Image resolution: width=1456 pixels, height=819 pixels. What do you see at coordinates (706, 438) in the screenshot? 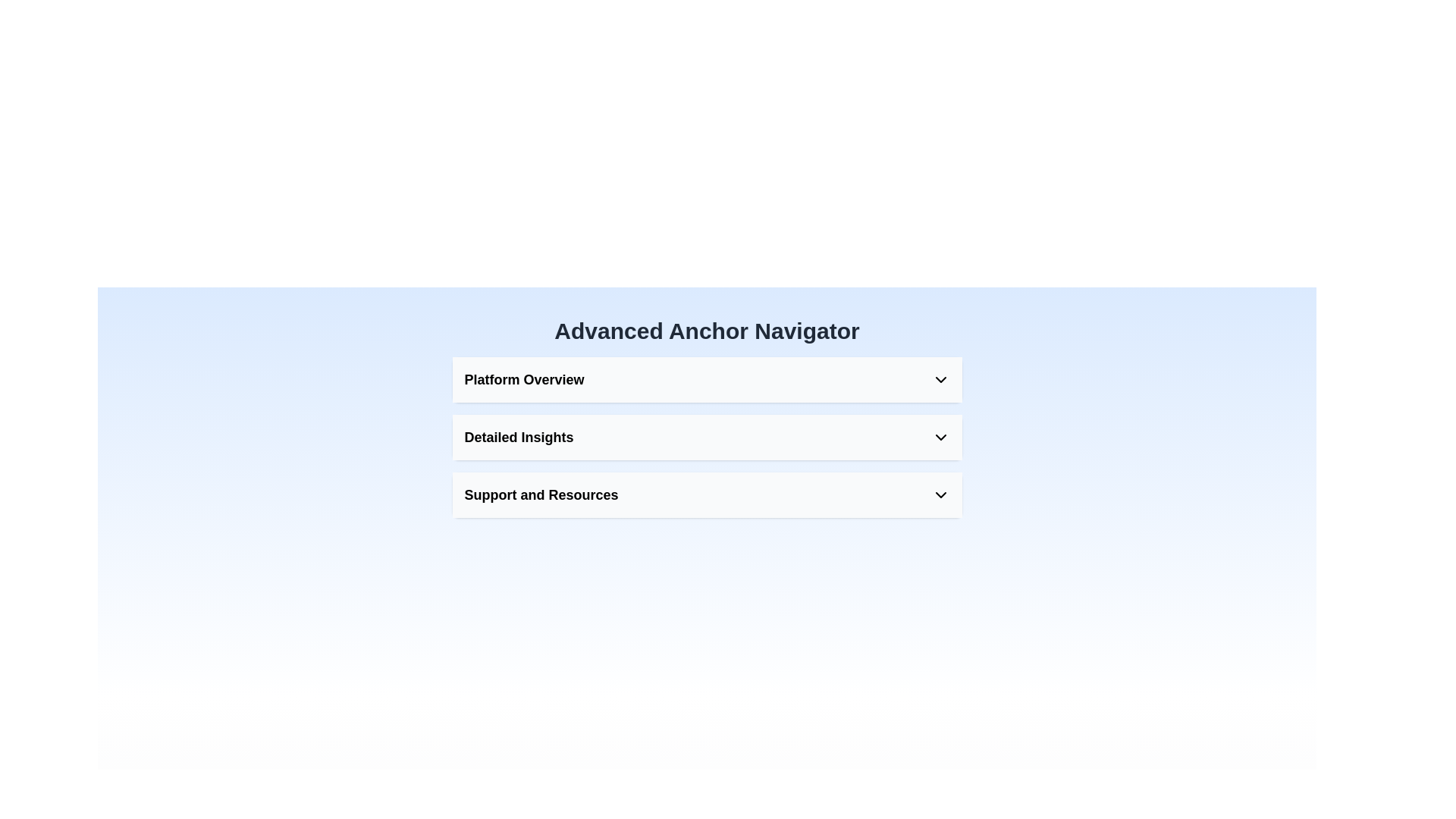
I see `the Collapsible Panel or Expandable Section that provides access to 'Detailed Insights' to trigger a tooltip or highlight` at bounding box center [706, 438].